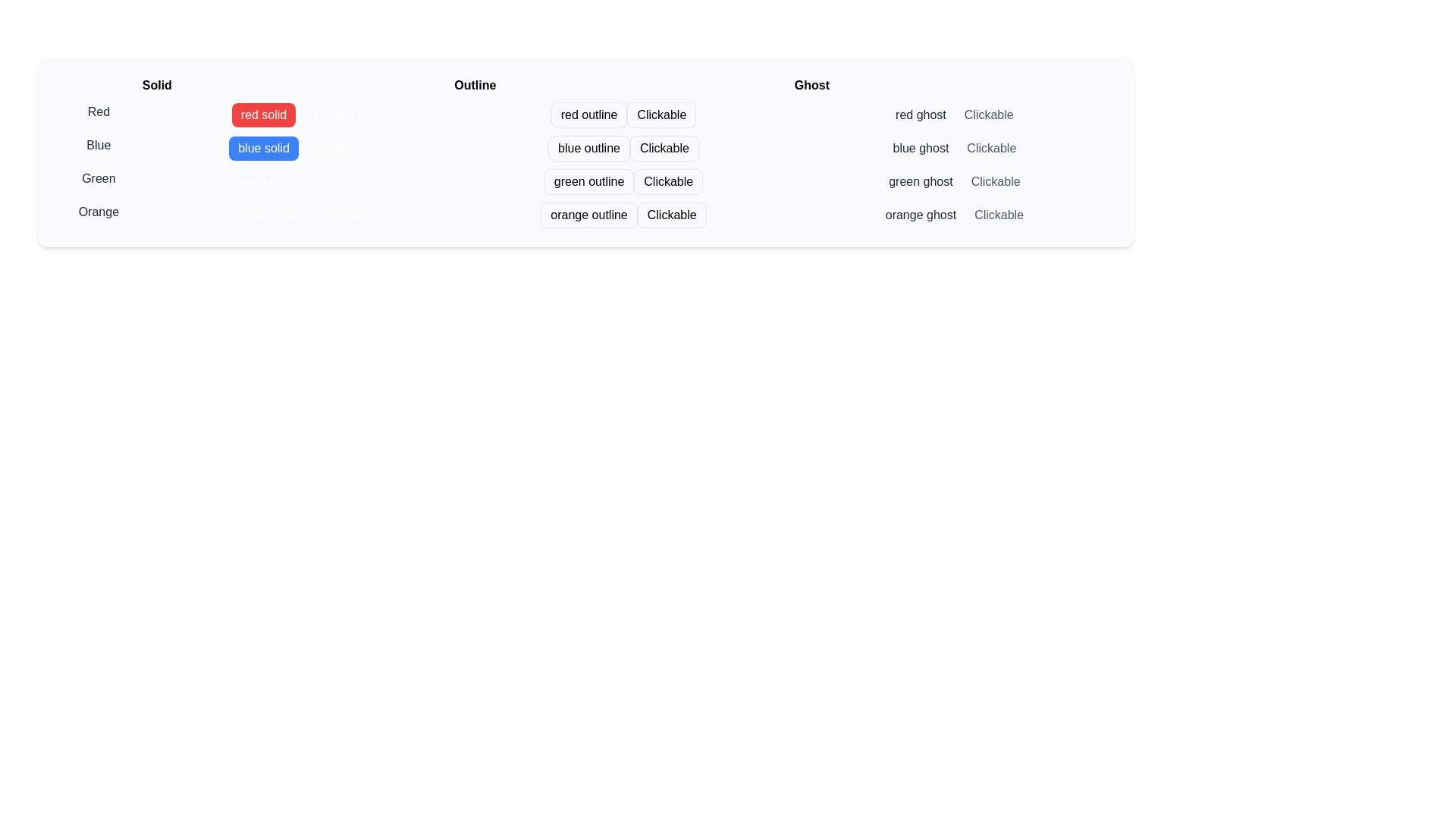 This screenshot has height=819, width=1456. What do you see at coordinates (328, 114) in the screenshot?
I see `the button labeled 'Clickable' with a semi-transparent red background and white text, located in the first row of the 'Solid' column` at bounding box center [328, 114].